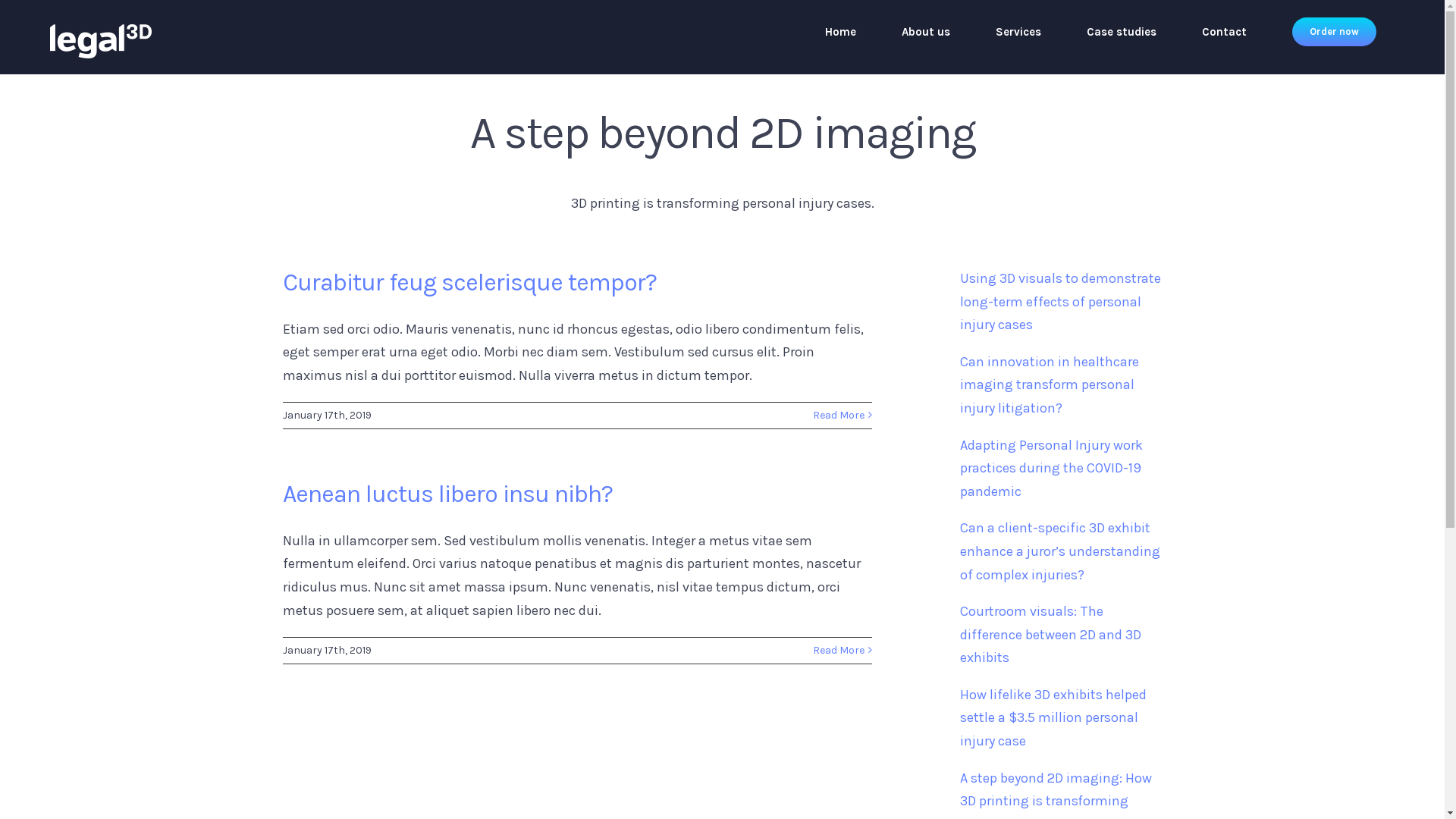 This screenshot has height=819, width=1456. Describe the element at coordinates (839, 32) in the screenshot. I see `'Home'` at that location.